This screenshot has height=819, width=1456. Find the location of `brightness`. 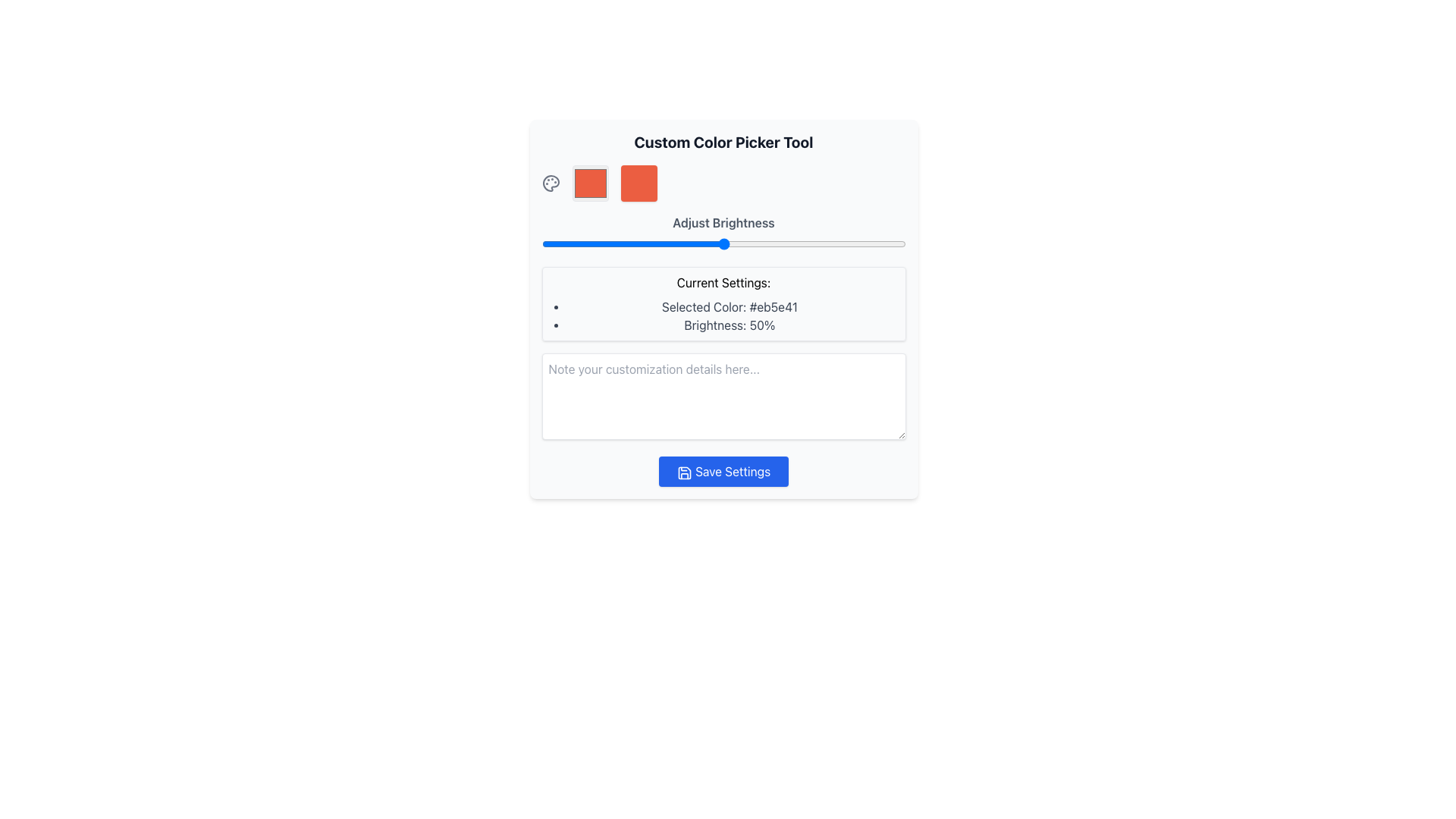

brightness is located at coordinates (577, 243).